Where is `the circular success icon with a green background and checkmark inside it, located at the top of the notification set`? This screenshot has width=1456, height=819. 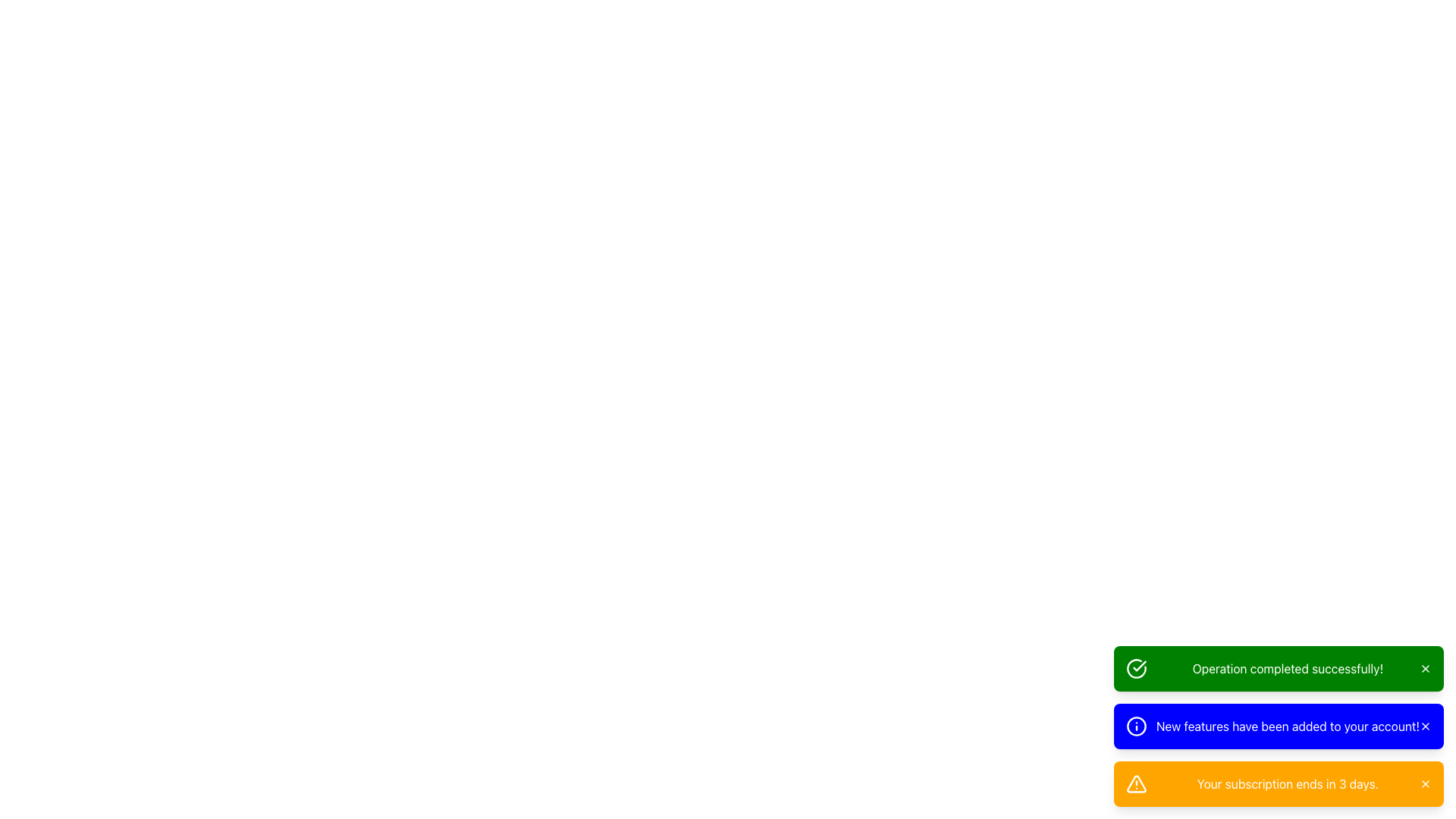
the circular success icon with a green background and checkmark inside it, located at the top of the notification set is located at coordinates (1136, 668).